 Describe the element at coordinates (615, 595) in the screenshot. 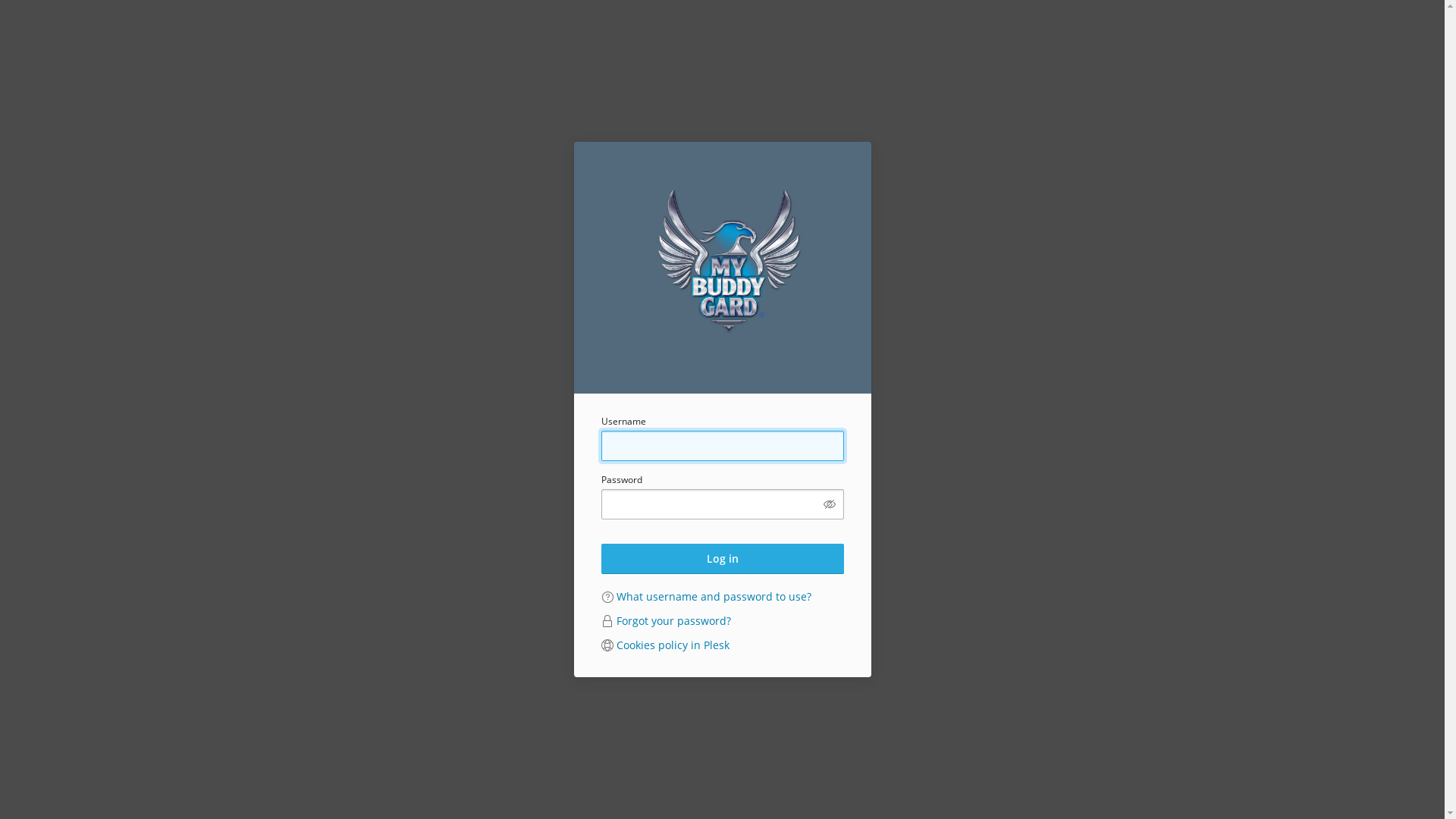

I see `'What username and password to use?'` at that location.